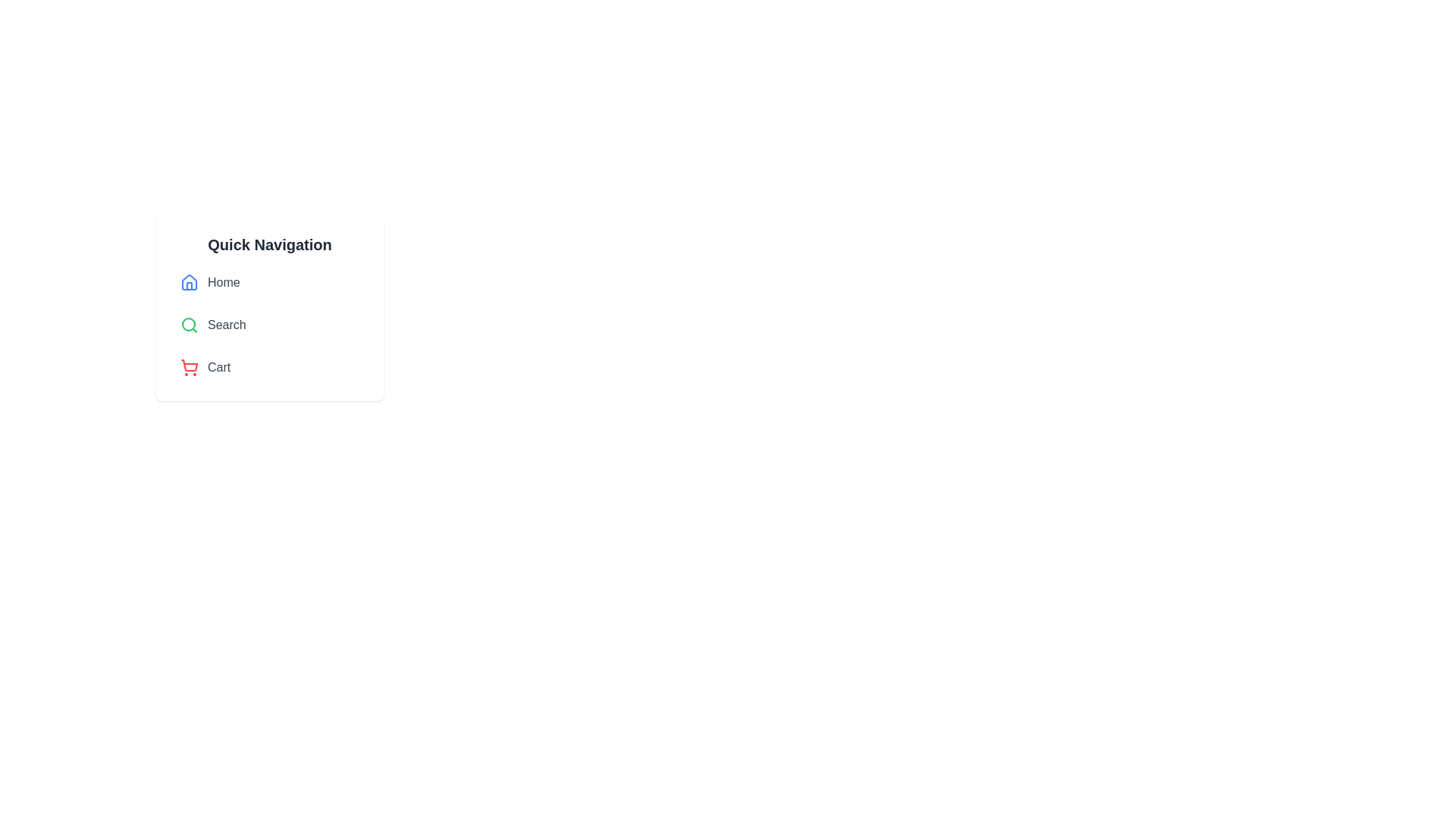 The image size is (1456, 819). What do you see at coordinates (188, 286) in the screenshot?
I see `the interior segment of the blue house icon within the 'Quick Navigation' section, which is positioned to the left of the 'Home' text label` at bounding box center [188, 286].